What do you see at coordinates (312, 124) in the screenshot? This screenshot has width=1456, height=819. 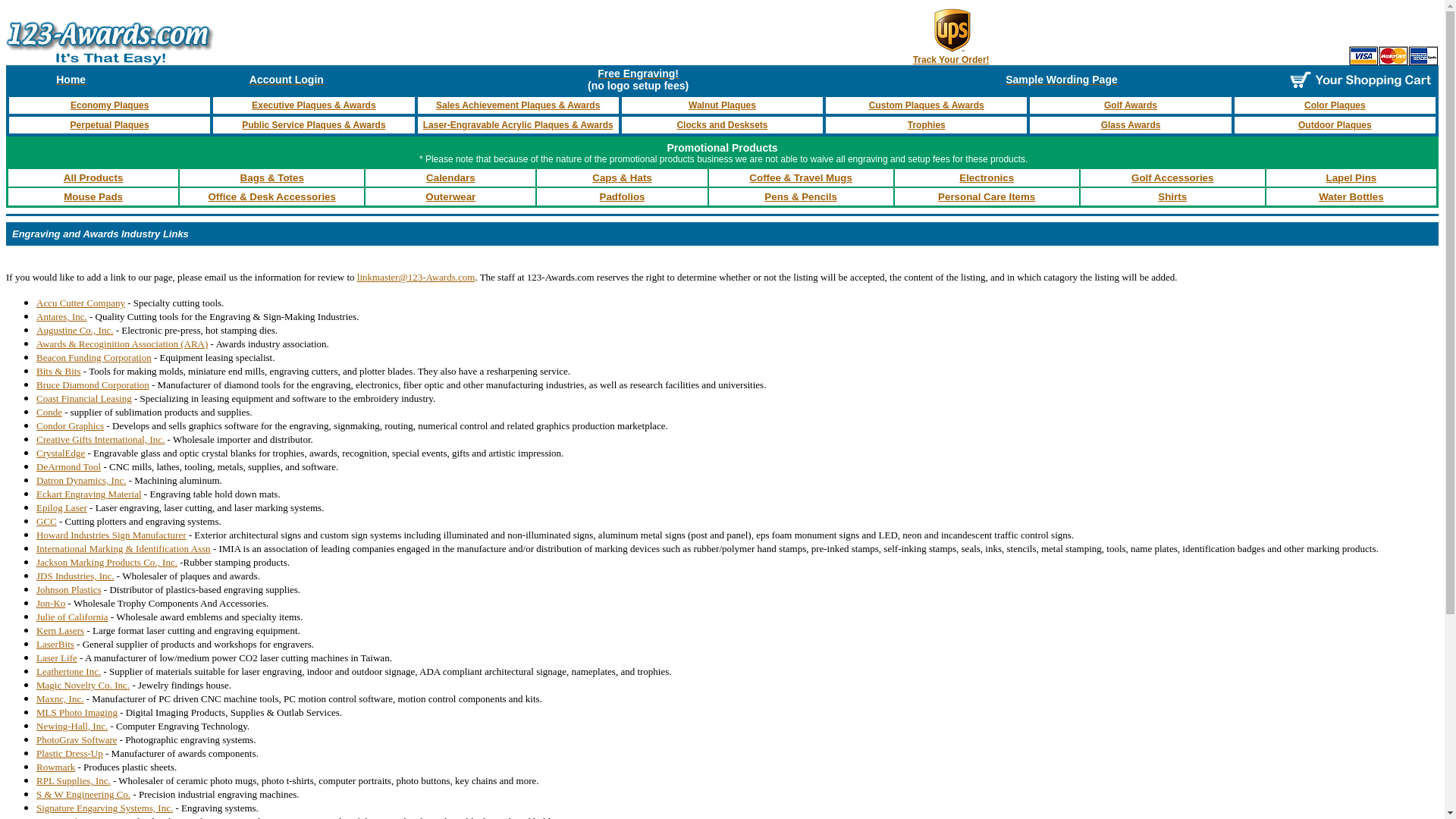 I see `'Public Service Plaques & Awards'` at bounding box center [312, 124].